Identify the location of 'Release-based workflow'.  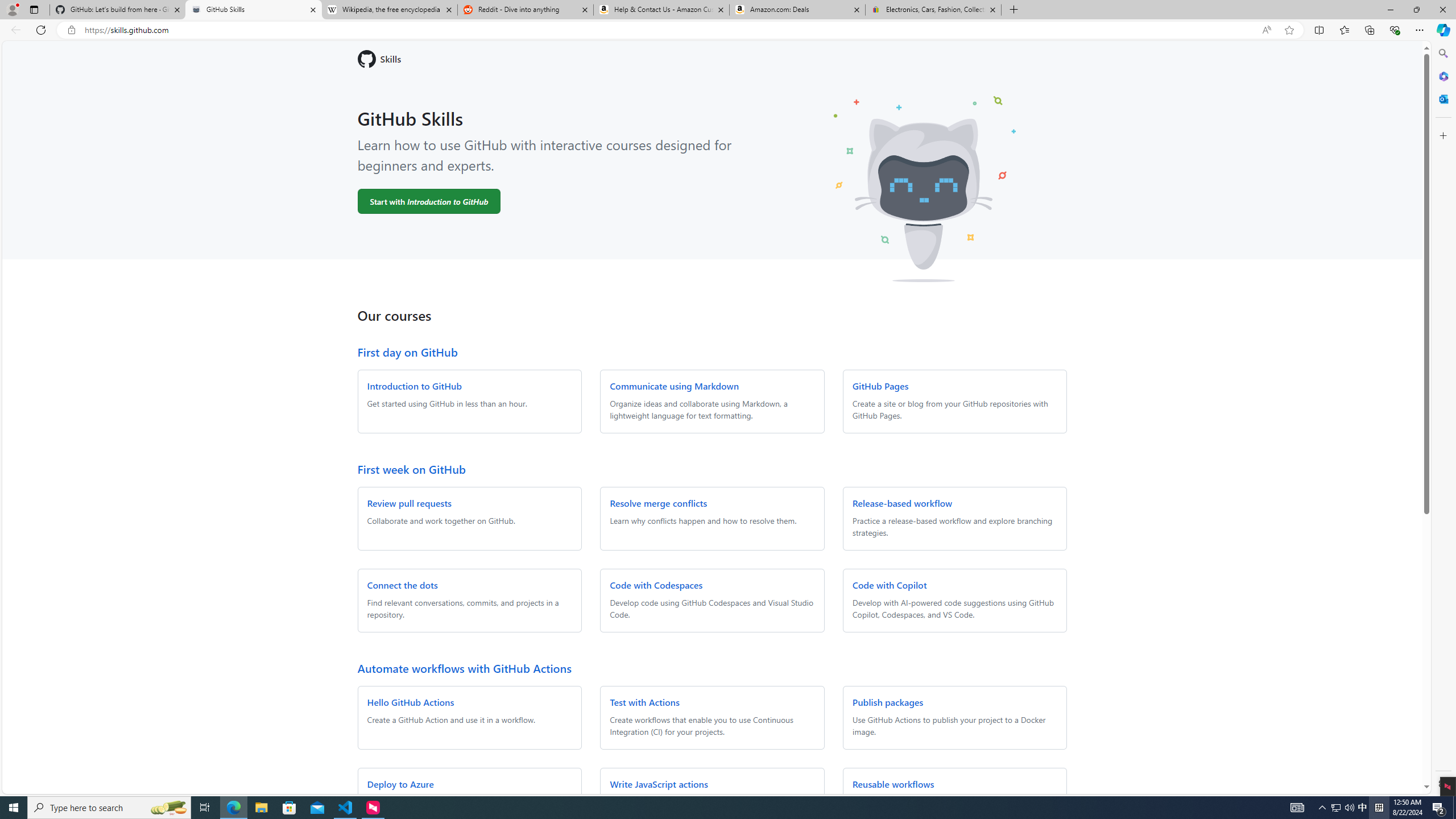
(901, 503).